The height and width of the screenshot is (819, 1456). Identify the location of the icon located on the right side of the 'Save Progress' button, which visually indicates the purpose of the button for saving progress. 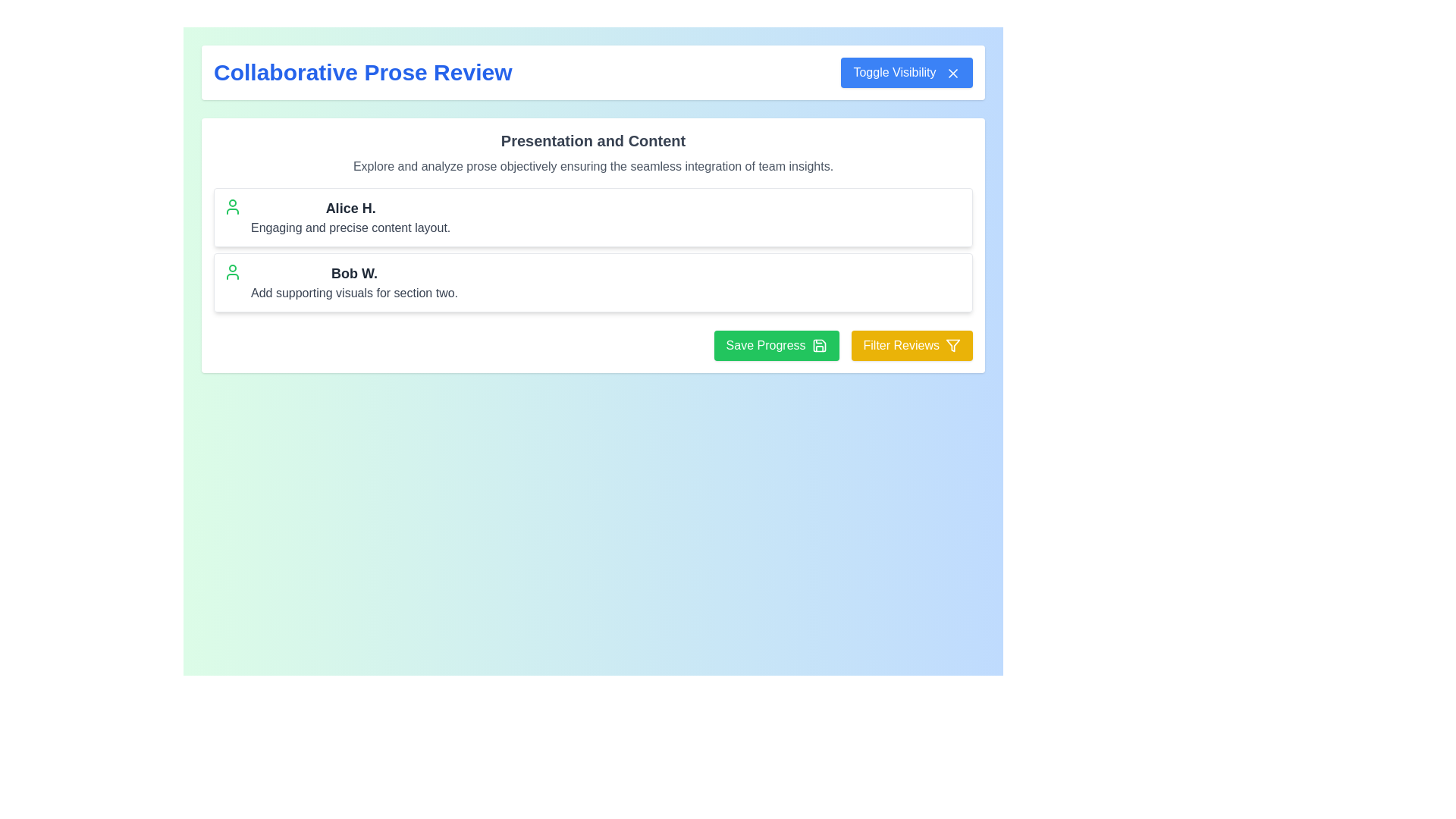
(818, 345).